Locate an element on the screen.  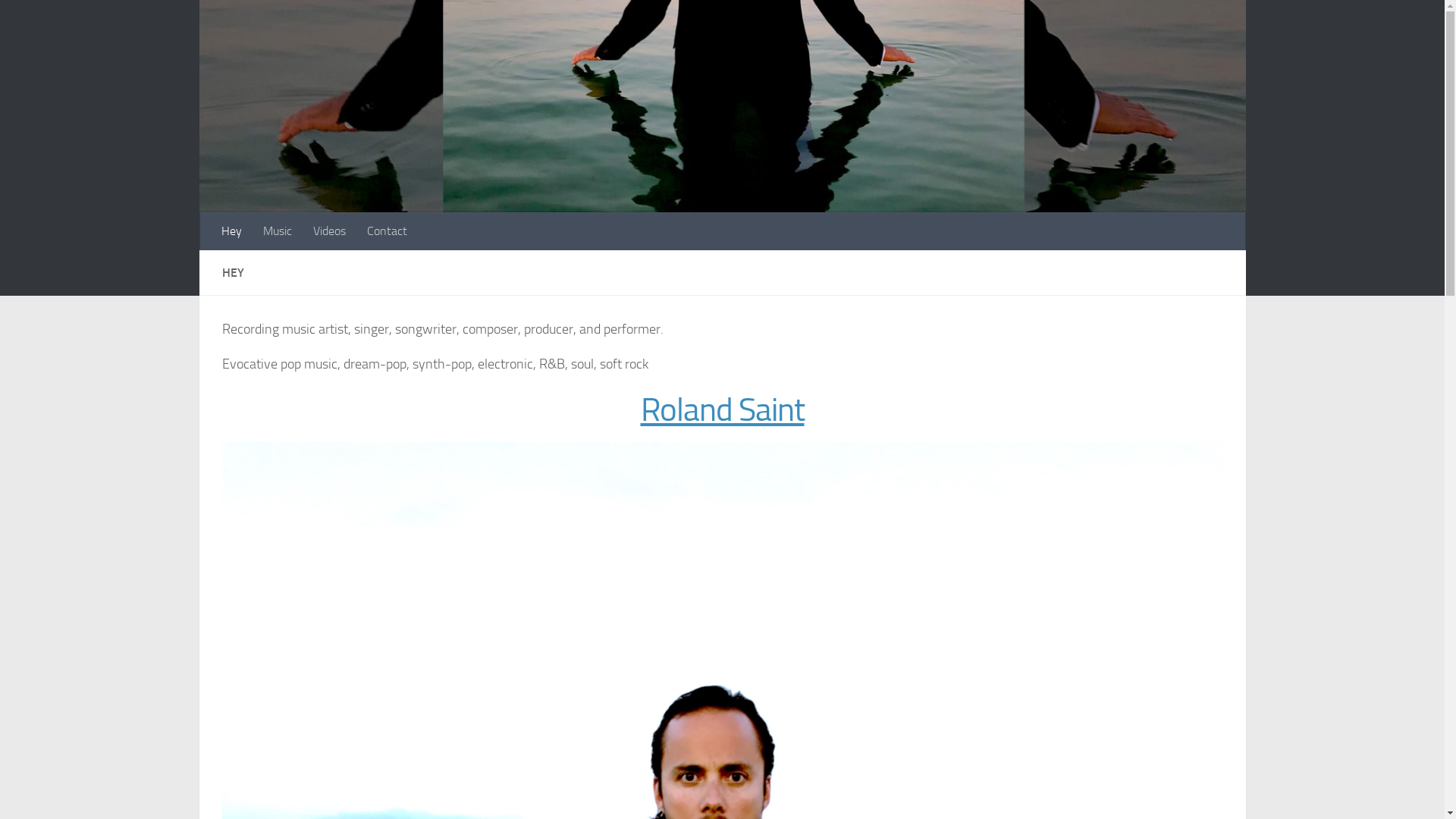
'Videos' is located at coordinates (328, 231).